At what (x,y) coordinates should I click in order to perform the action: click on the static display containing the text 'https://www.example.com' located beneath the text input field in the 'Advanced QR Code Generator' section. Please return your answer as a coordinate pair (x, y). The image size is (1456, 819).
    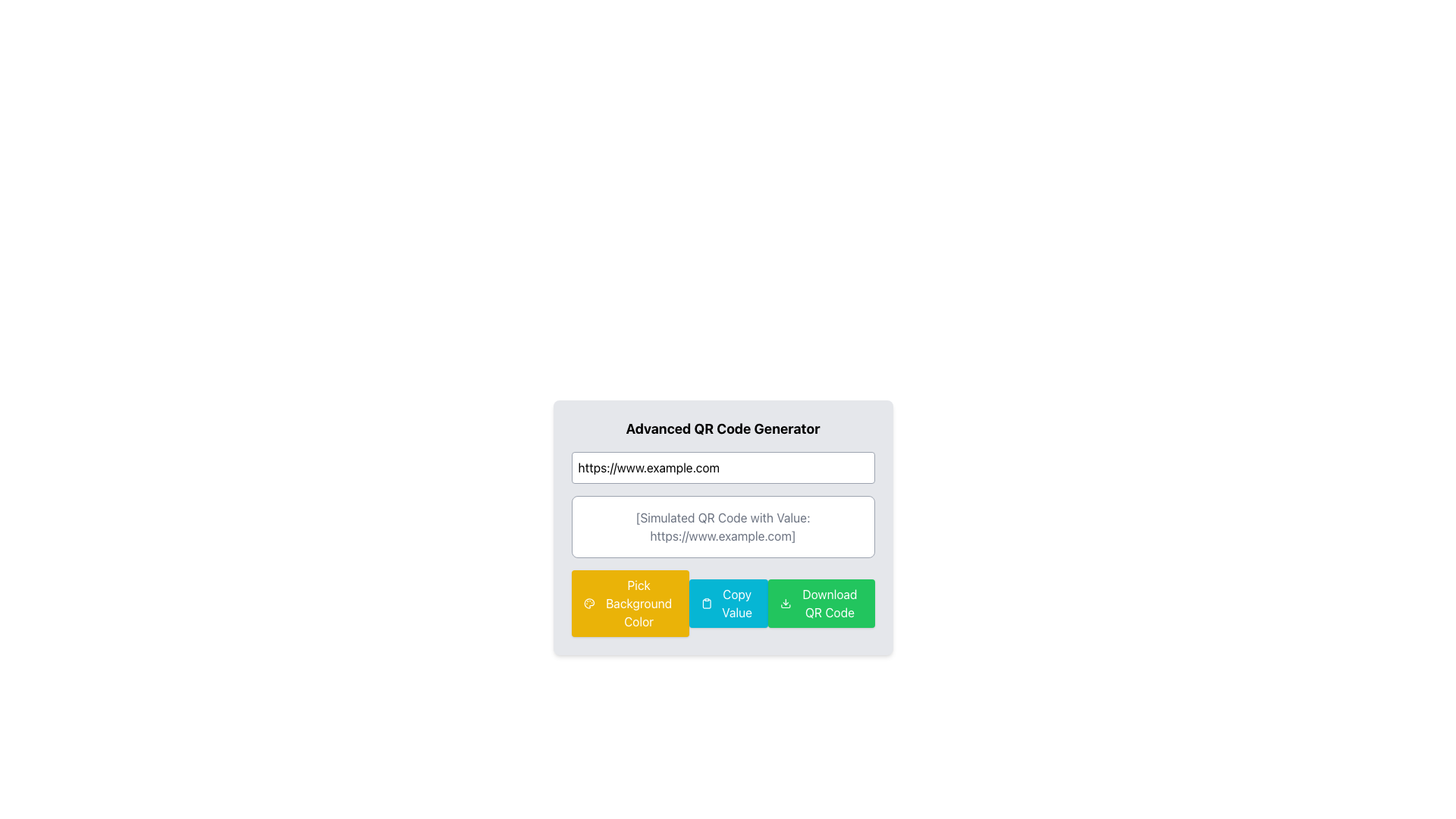
    Looking at the image, I should click on (722, 526).